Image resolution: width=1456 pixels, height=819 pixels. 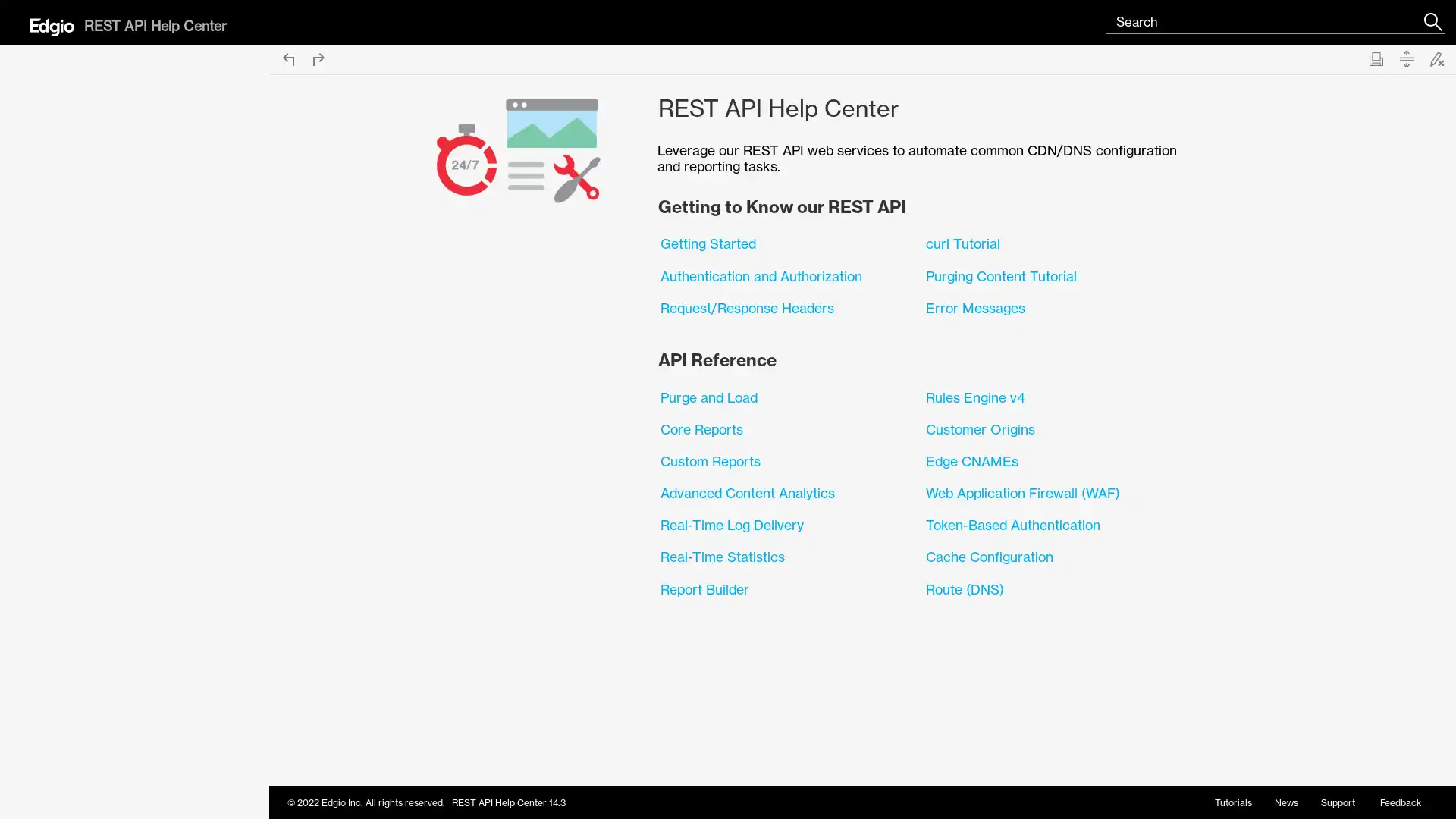 I want to click on previous topic, so click(x=287, y=58).